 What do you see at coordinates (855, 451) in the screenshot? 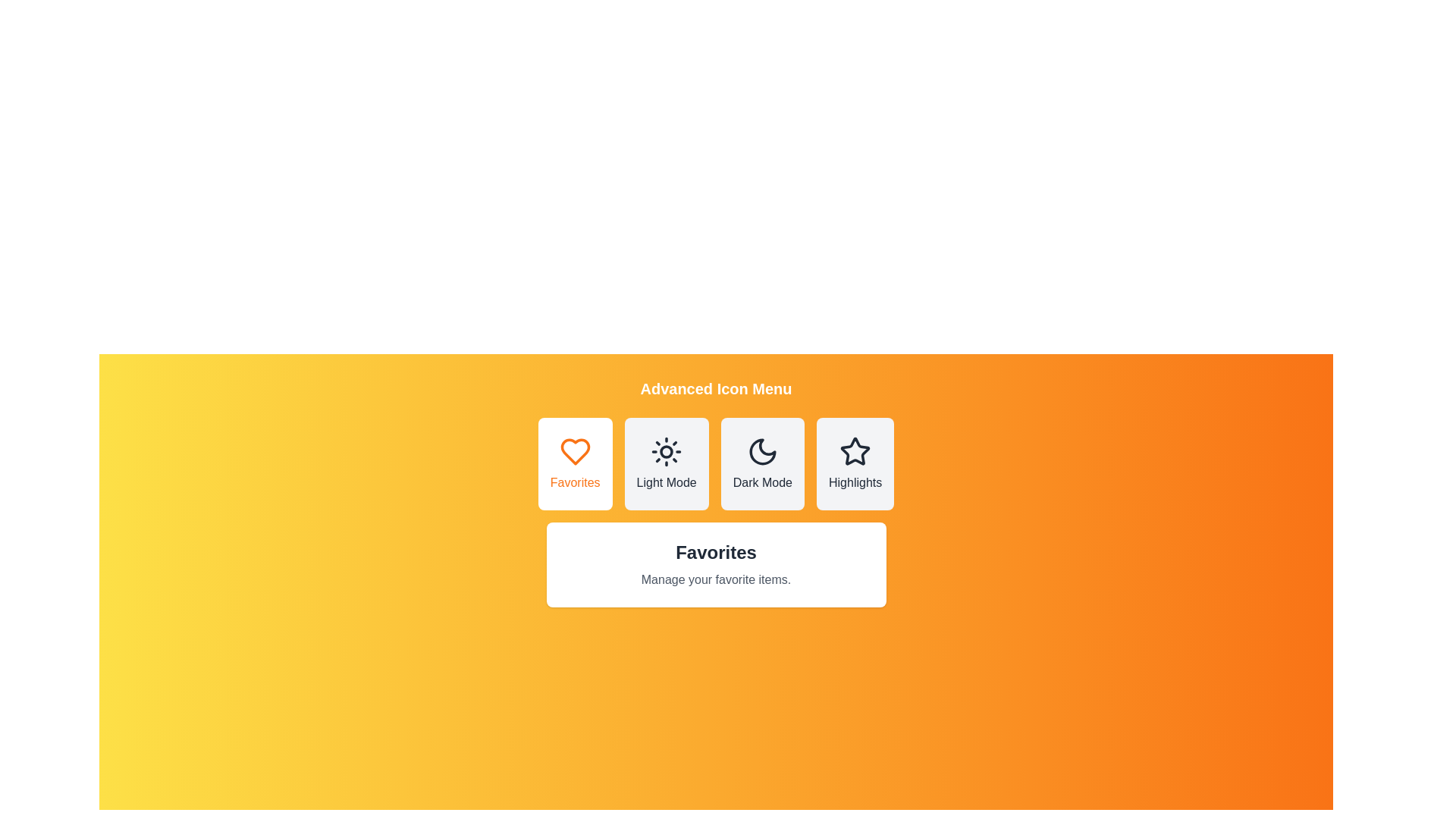
I see `the star-shaped outline icon located in the fourth item of the icon menu row labeled 'Highlights'` at bounding box center [855, 451].